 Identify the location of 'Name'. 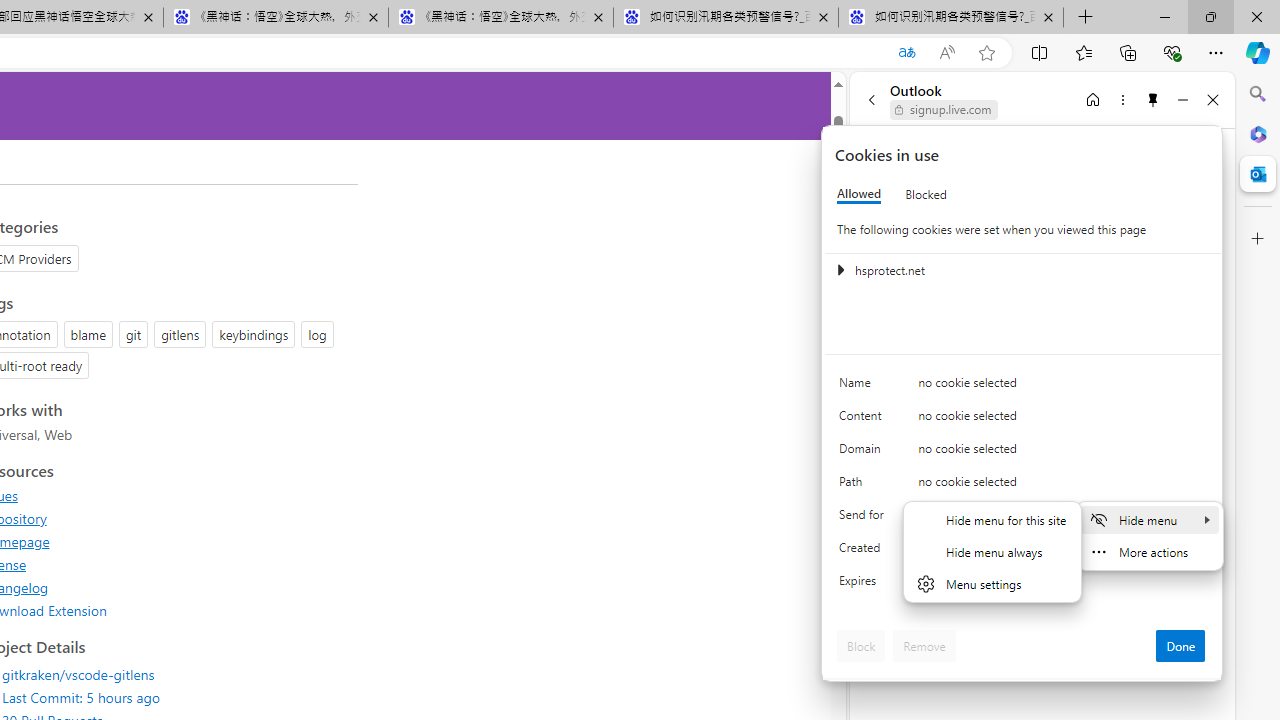
(865, 387).